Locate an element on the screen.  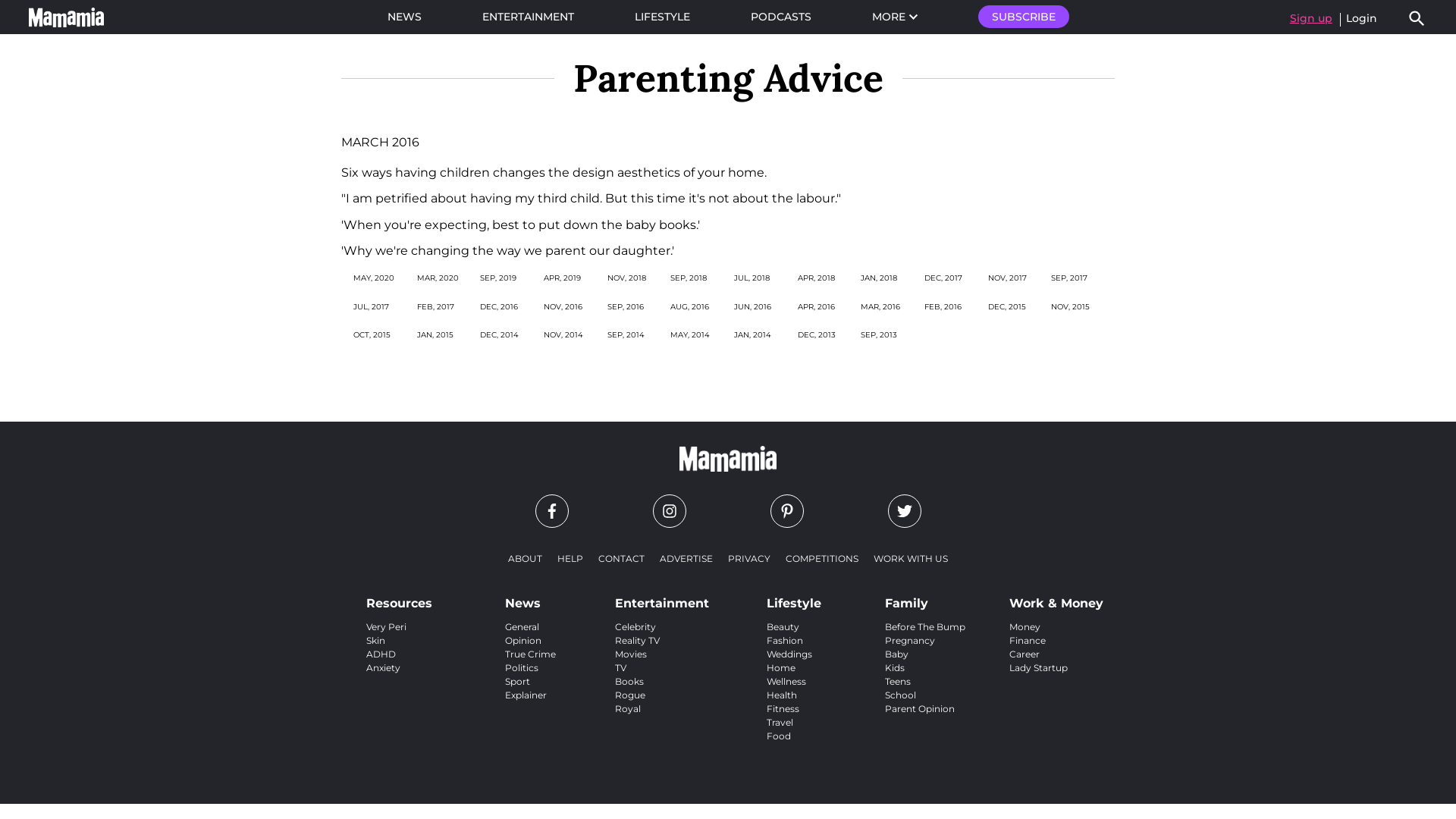
'Work & Money' is located at coordinates (1055, 598).